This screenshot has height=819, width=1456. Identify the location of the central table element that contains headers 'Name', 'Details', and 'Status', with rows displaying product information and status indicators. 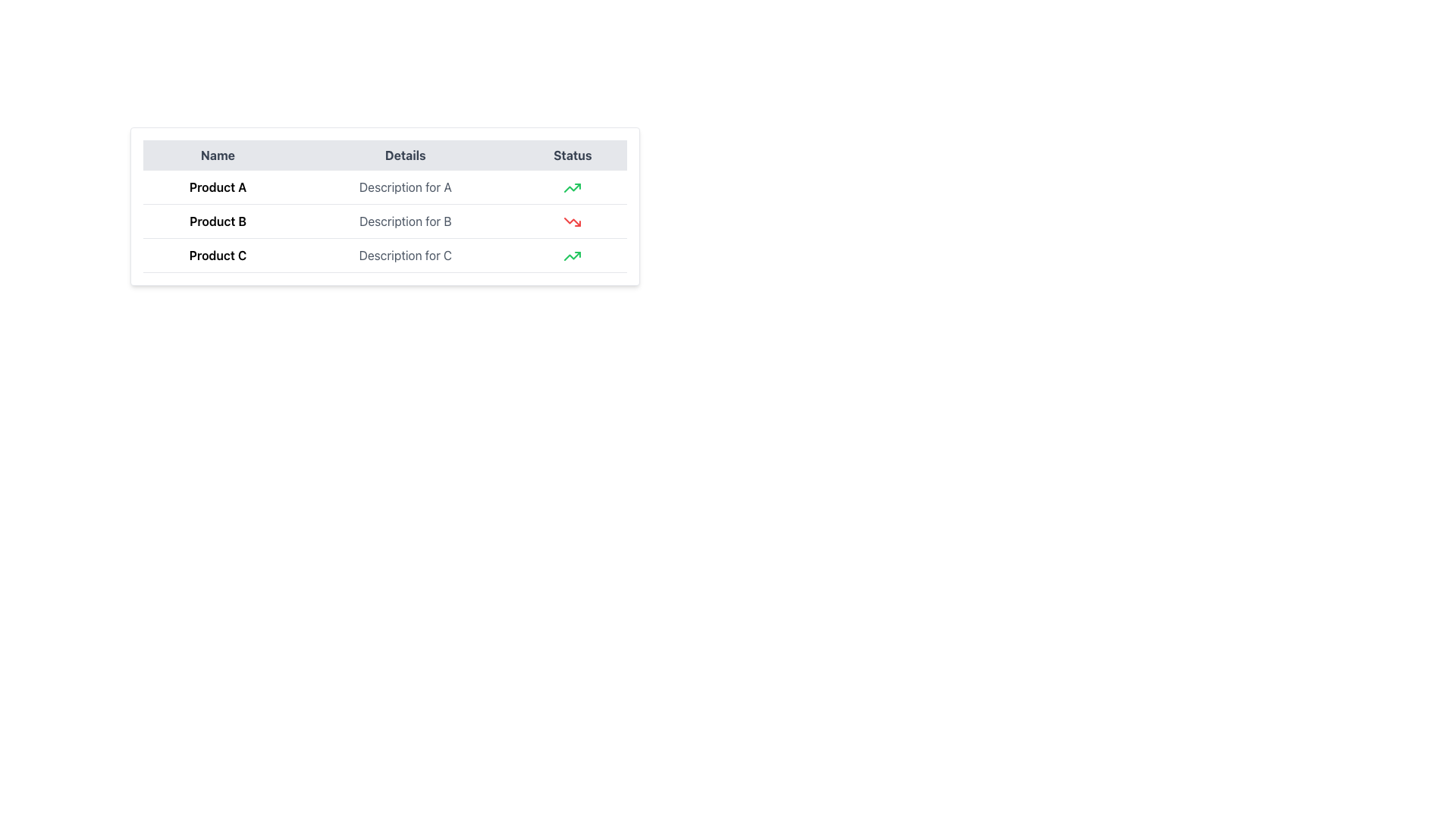
(385, 206).